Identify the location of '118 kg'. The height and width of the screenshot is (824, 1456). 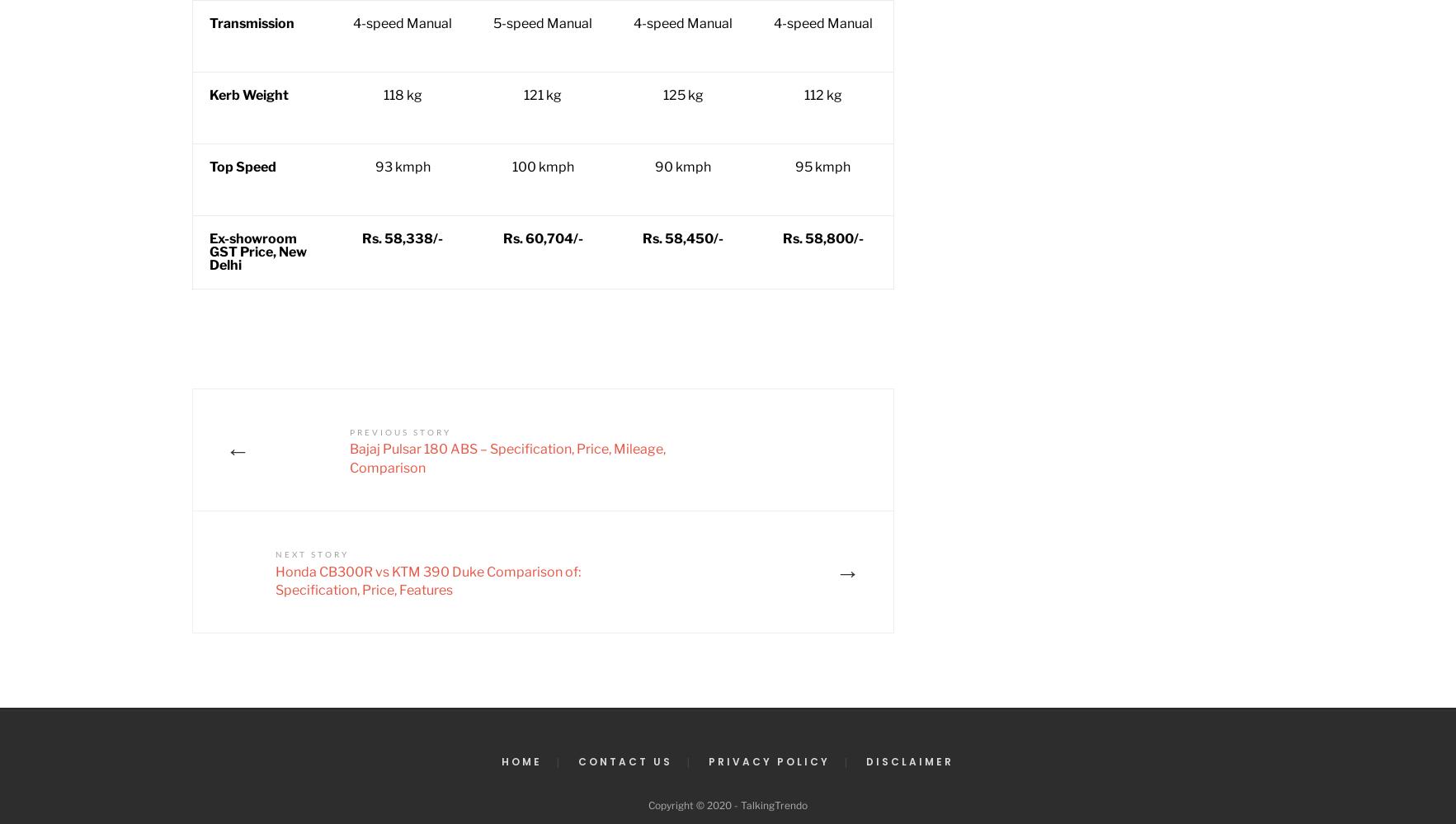
(401, 95).